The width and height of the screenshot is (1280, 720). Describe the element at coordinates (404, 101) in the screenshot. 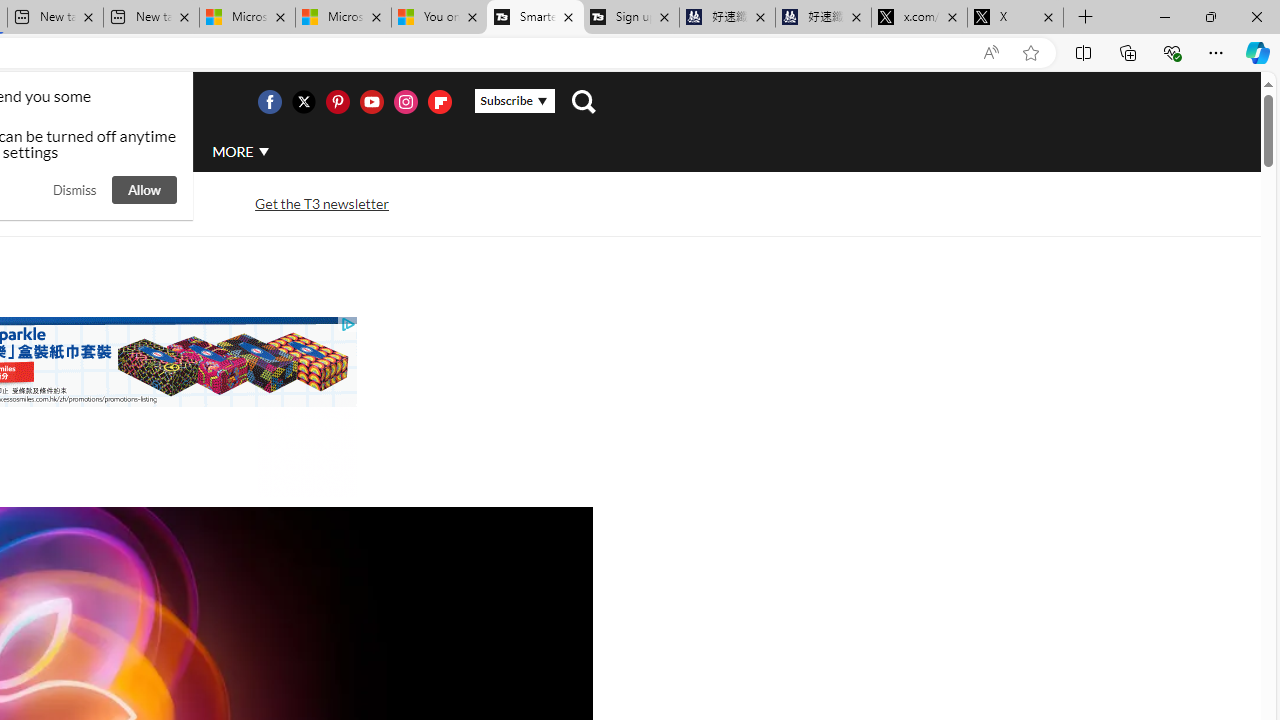

I see `'Visit us on Instagram'` at that location.